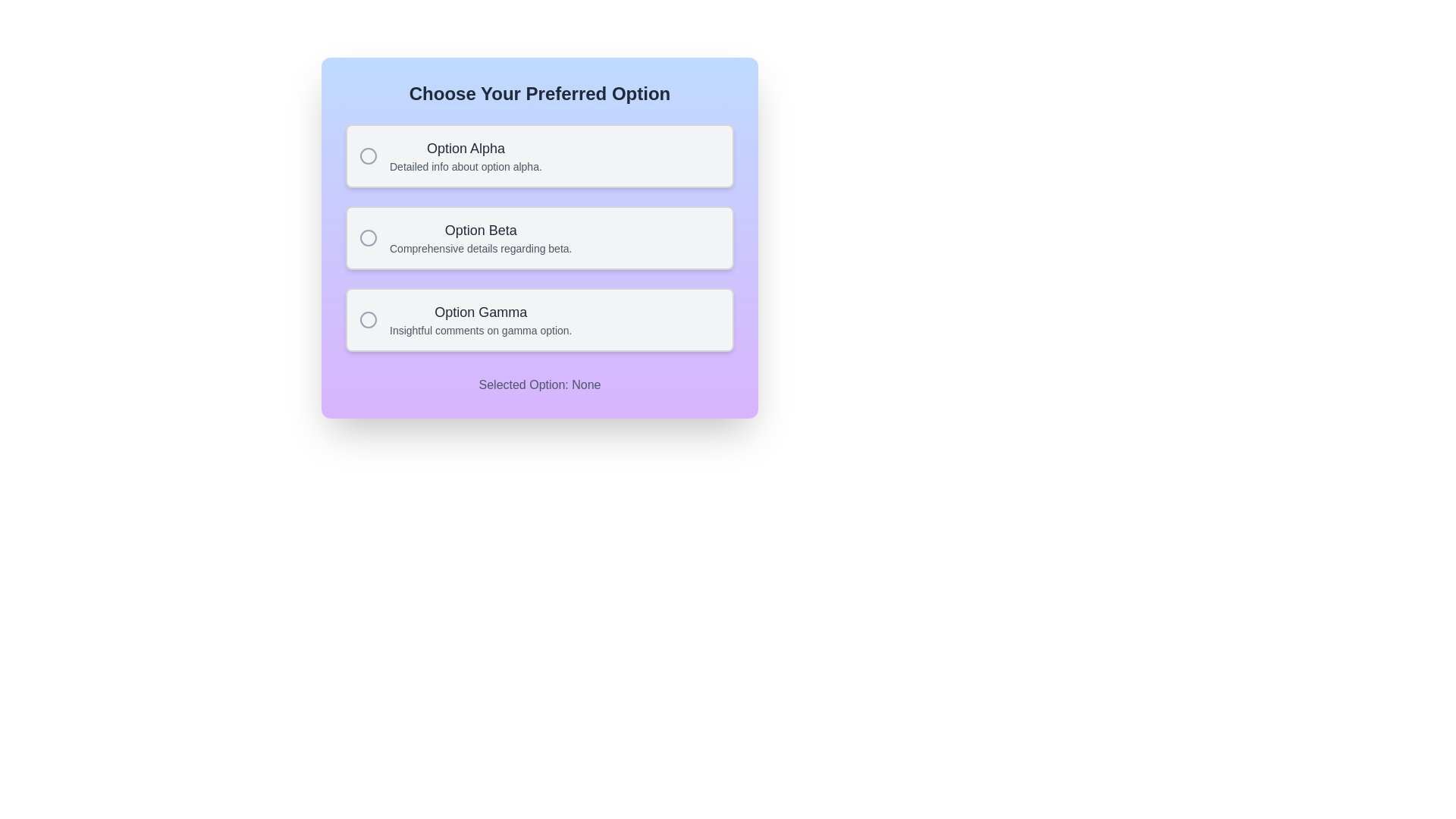 The image size is (1456, 819). I want to click on descriptive label text within the topmost card of the vertical stack of cards, which is identified by its position and the presence of a circular button preceding the text, so click(465, 155).